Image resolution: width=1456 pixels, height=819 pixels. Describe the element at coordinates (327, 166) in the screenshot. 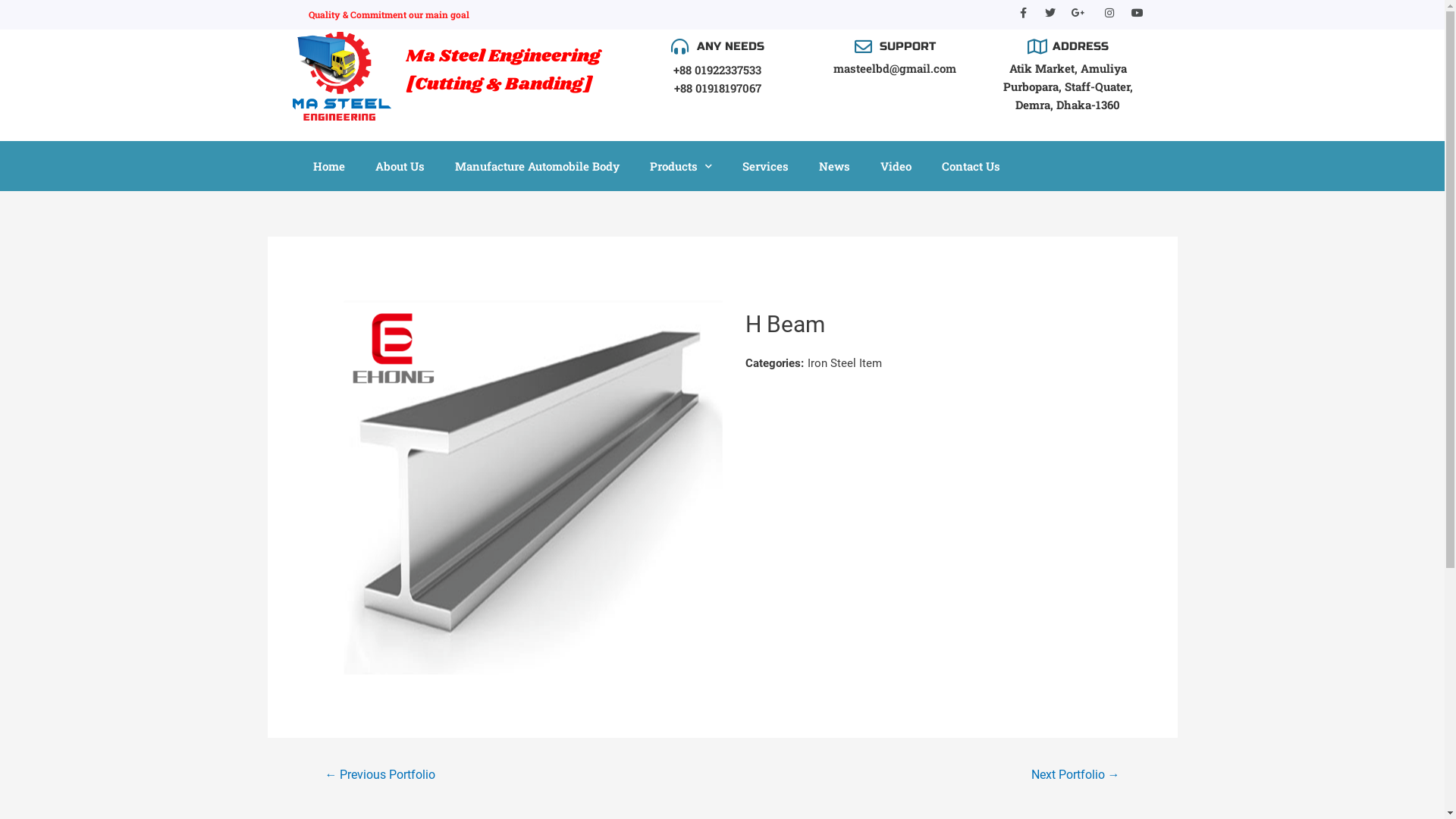

I see `'Home'` at that location.